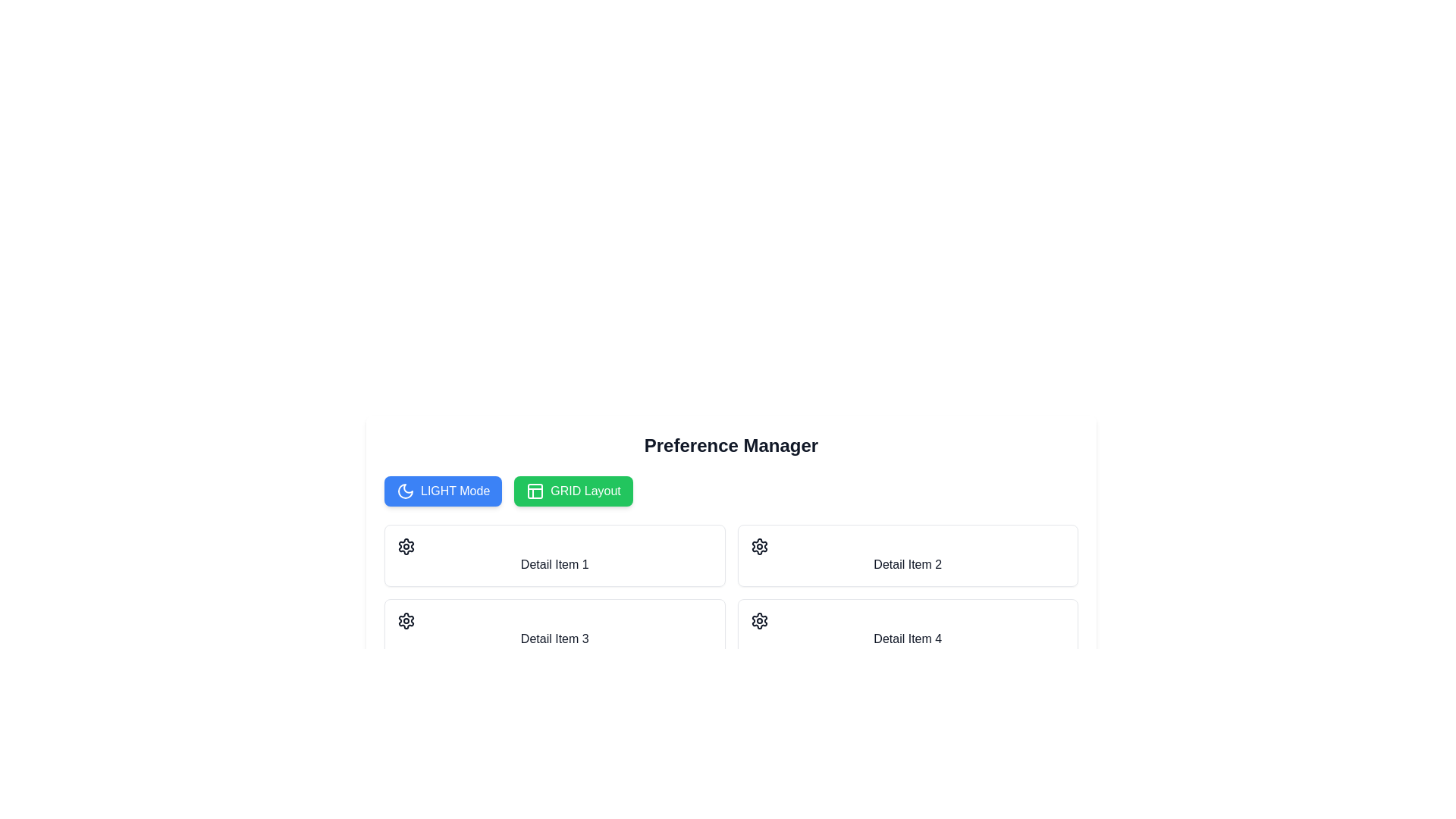 The height and width of the screenshot is (819, 1456). Describe the element at coordinates (759, 620) in the screenshot. I see `the settings icon for 'Detail Item 4' located` at that location.